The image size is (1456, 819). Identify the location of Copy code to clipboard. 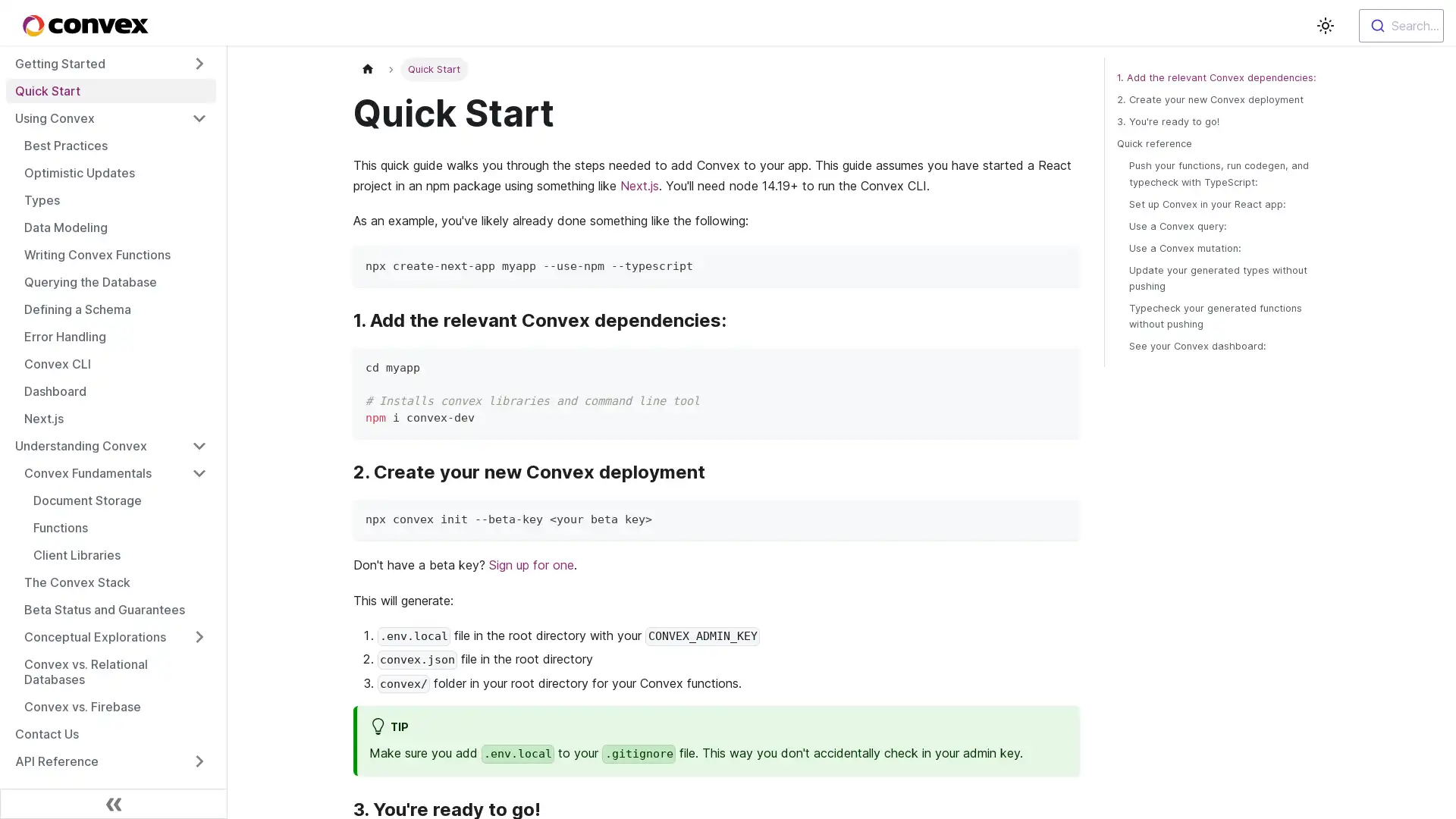
(1060, 516).